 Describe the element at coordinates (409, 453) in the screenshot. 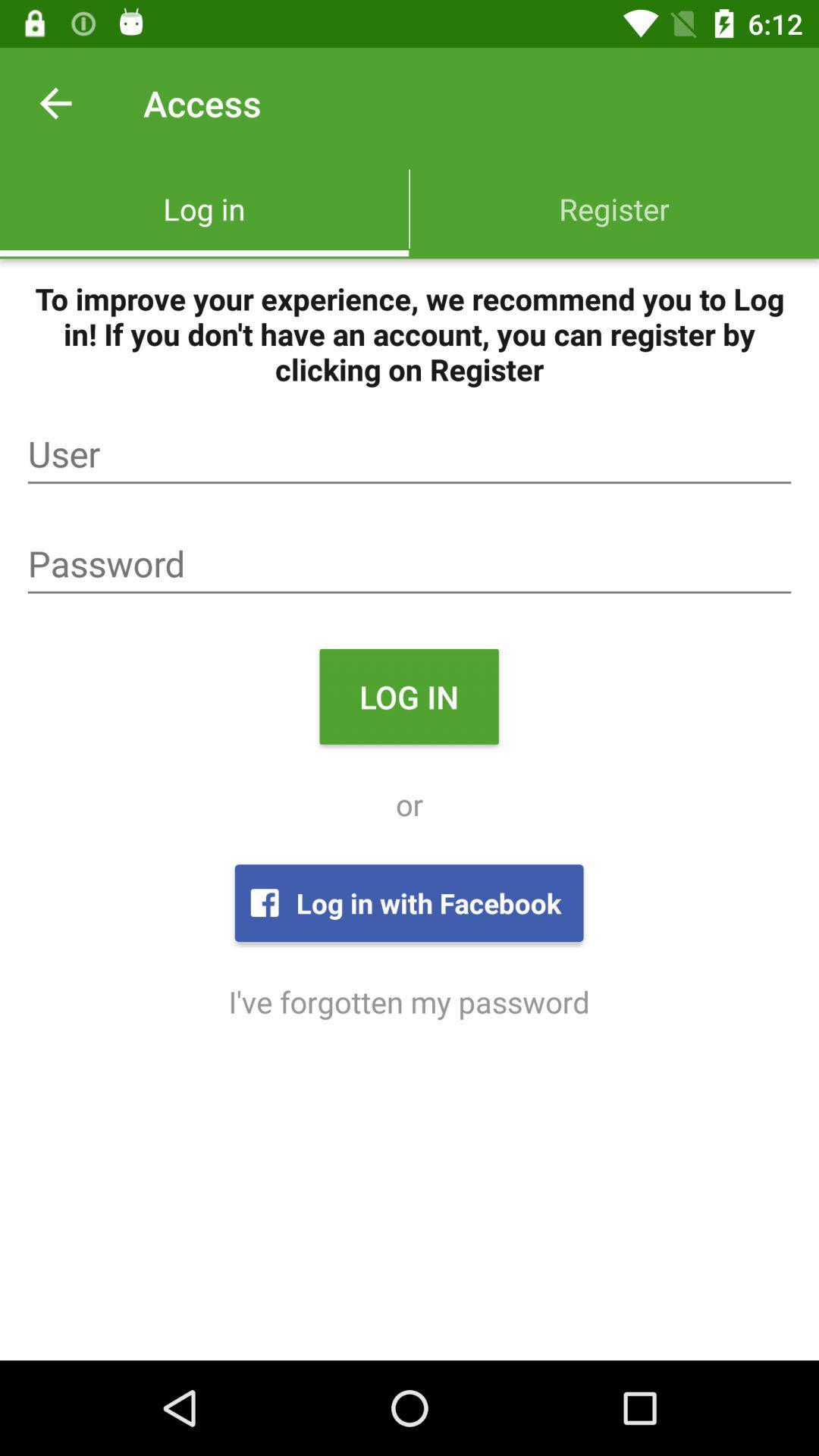

I see `the item below to improve your item` at that location.